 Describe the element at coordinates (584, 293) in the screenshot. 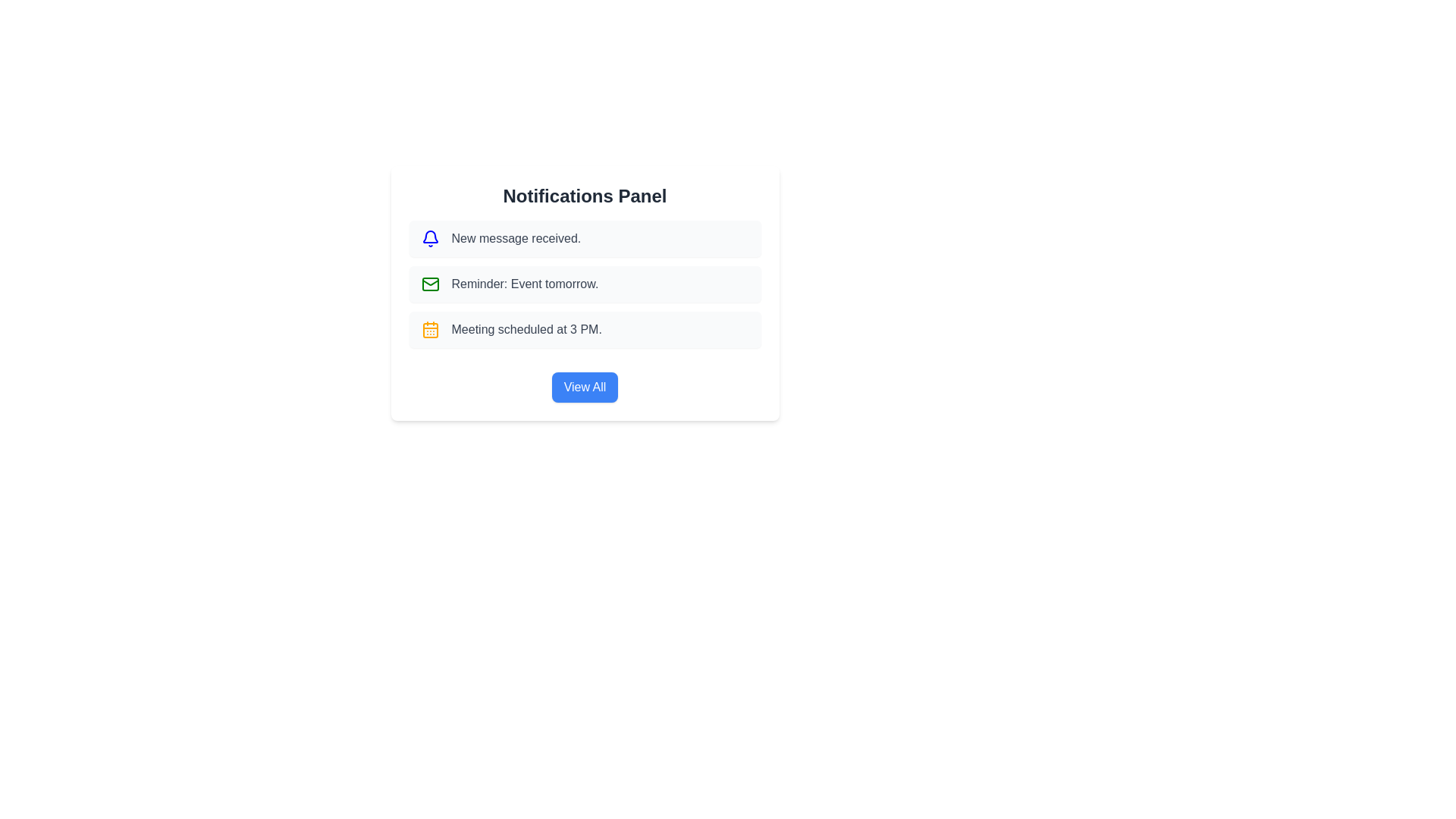

I see `the notification item titled 'Reminder: Event tomorrow.'` at that location.